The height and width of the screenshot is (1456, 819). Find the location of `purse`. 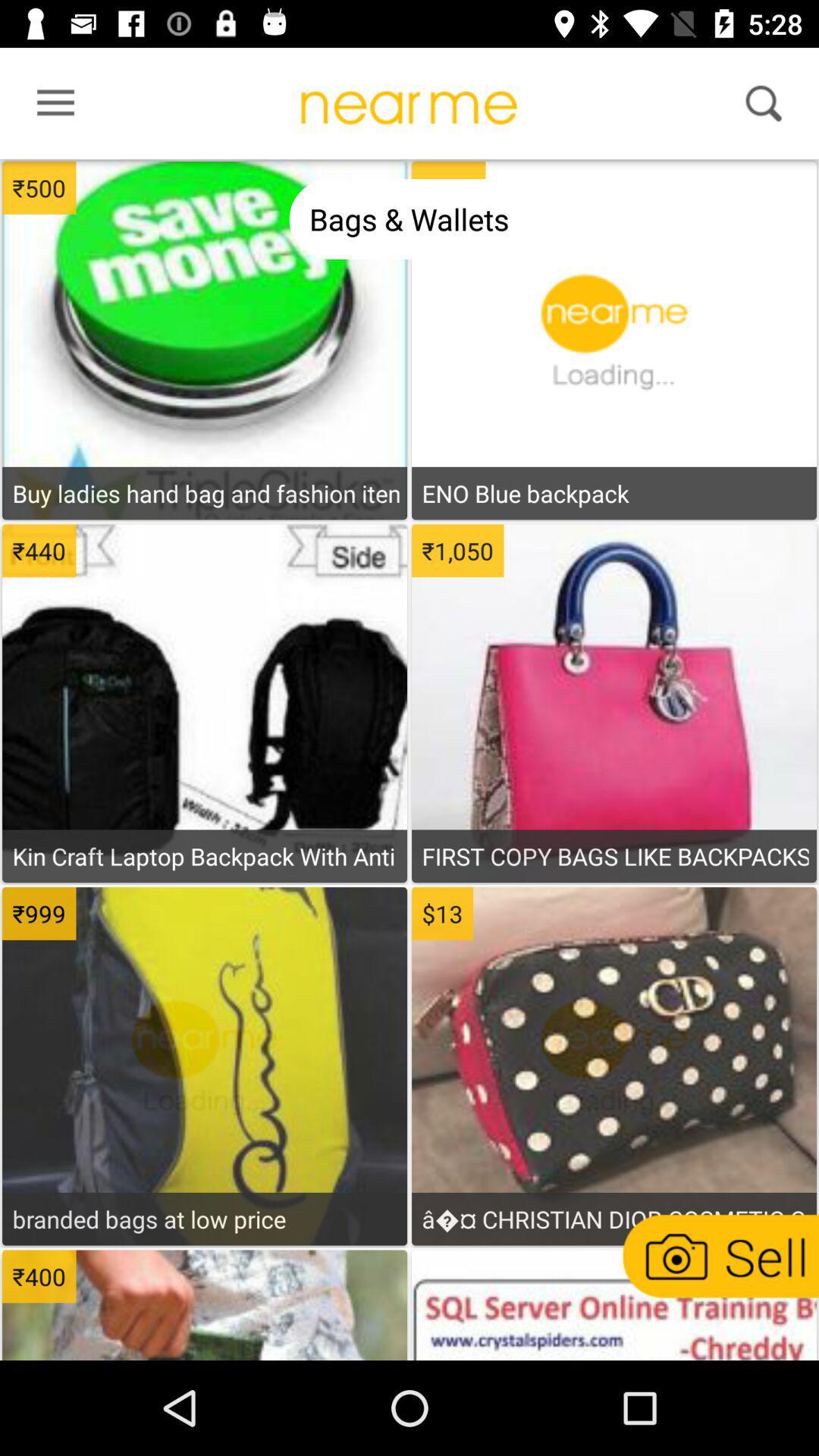

purse is located at coordinates (613, 1087).